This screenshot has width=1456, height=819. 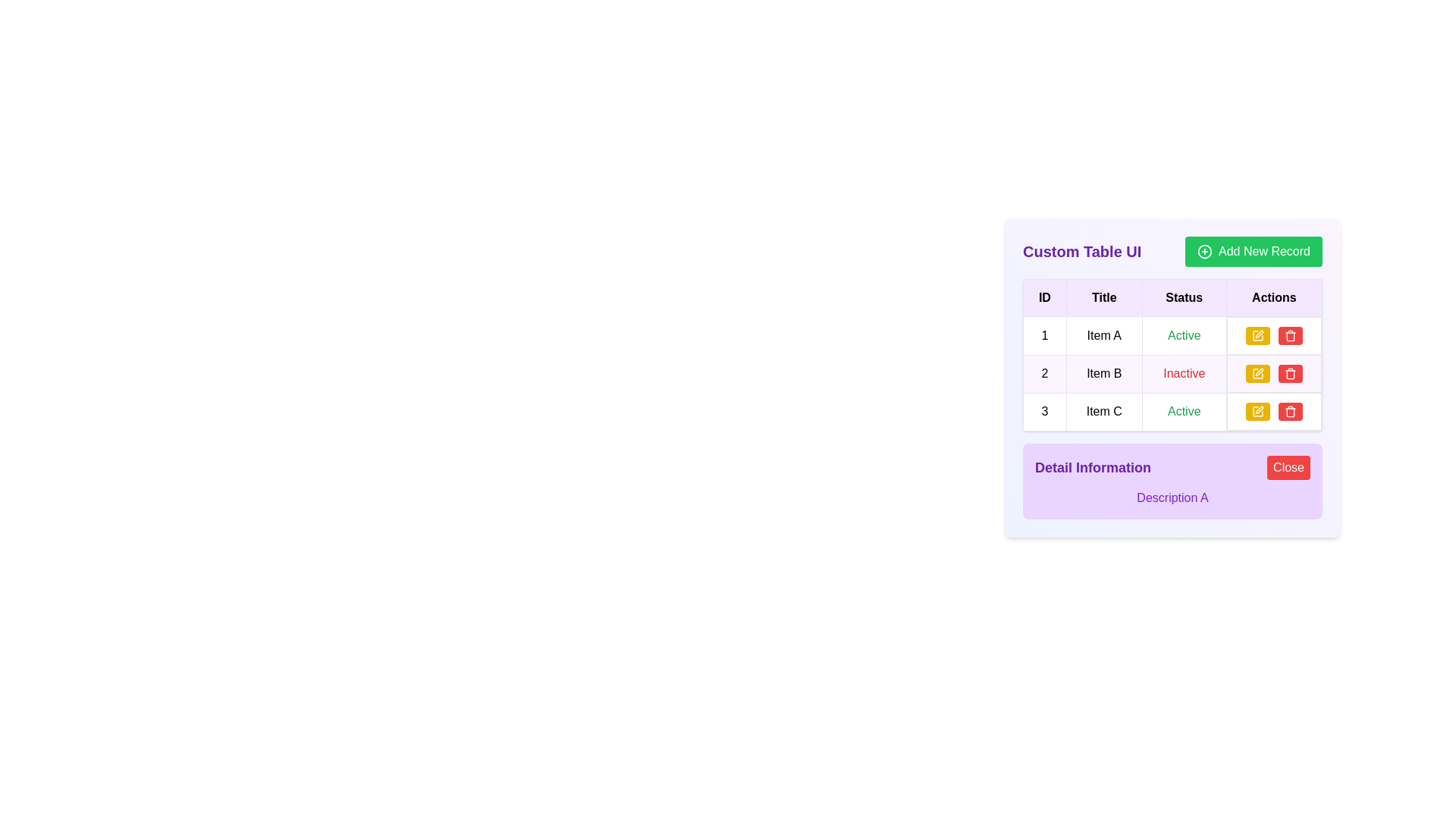 What do you see at coordinates (1288, 467) in the screenshot?
I see `the red 'Close' button with white text` at bounding box center [1288, 467].